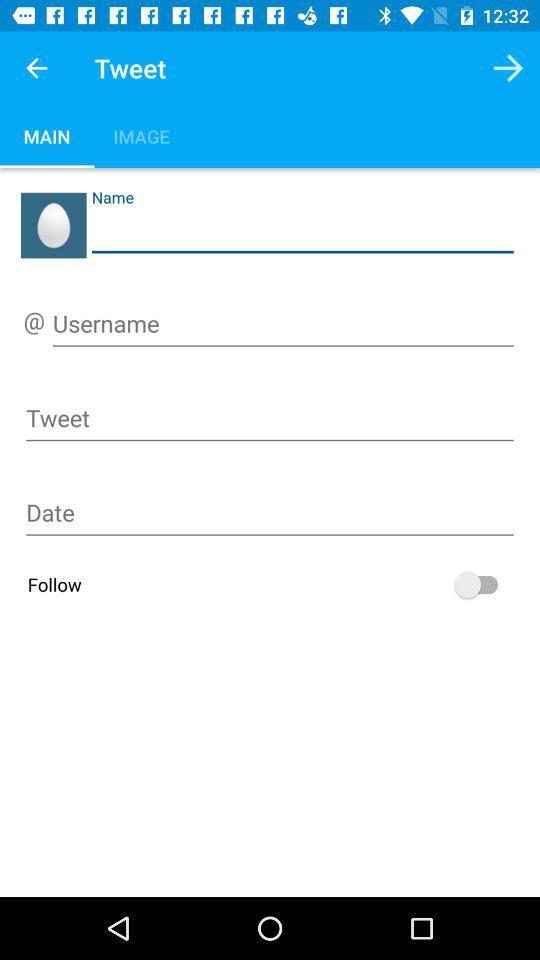 This screenshot has height=960, width=540. What do you see at coordinates (270, 421) in the screenshot?
I see `write your tweet` at bounding box center [270, 421].